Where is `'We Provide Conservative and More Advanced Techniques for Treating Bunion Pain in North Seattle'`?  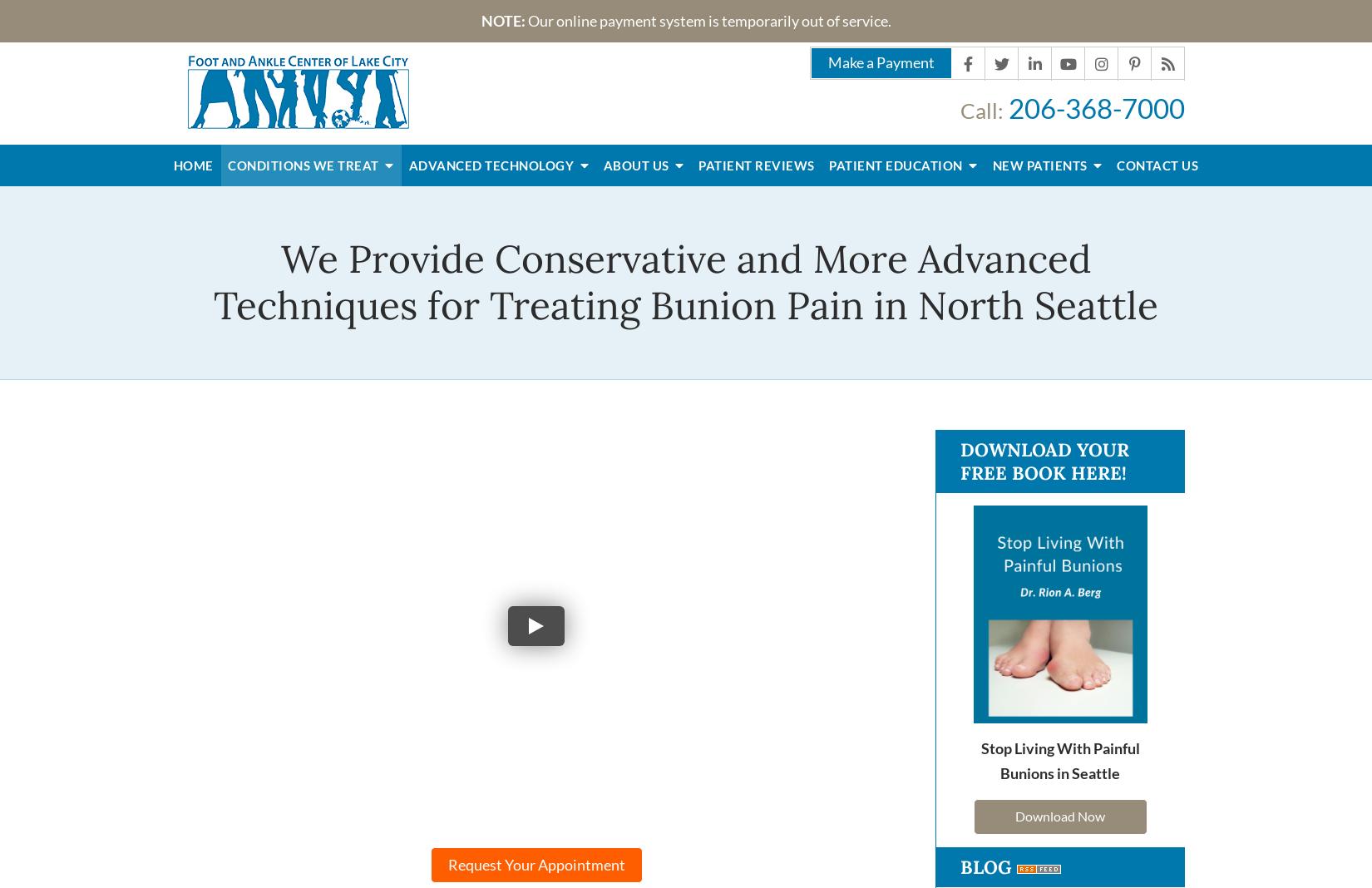 'We Provide Conservative and More Advanced Techniques for Treating Bunion Pain in North Seattle' is located at coordinates (686, 289).